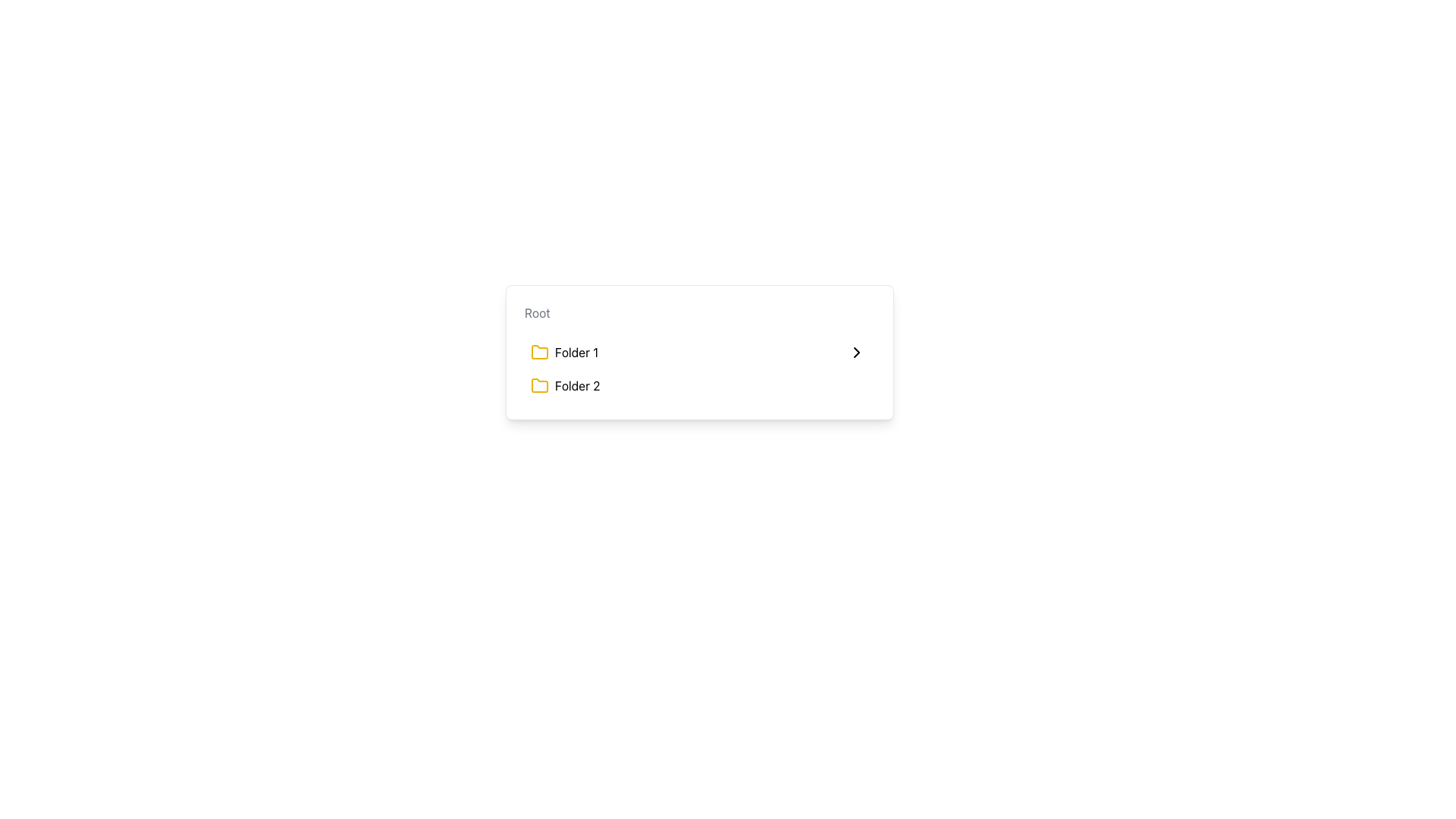 Image resolution: width=1456 pixels, height=819 pixels. Describe the element at coordinates (539, 385) in the screenshot. I see `the folder icon with a yellow outline that represents 'Folder 2'` at that location.